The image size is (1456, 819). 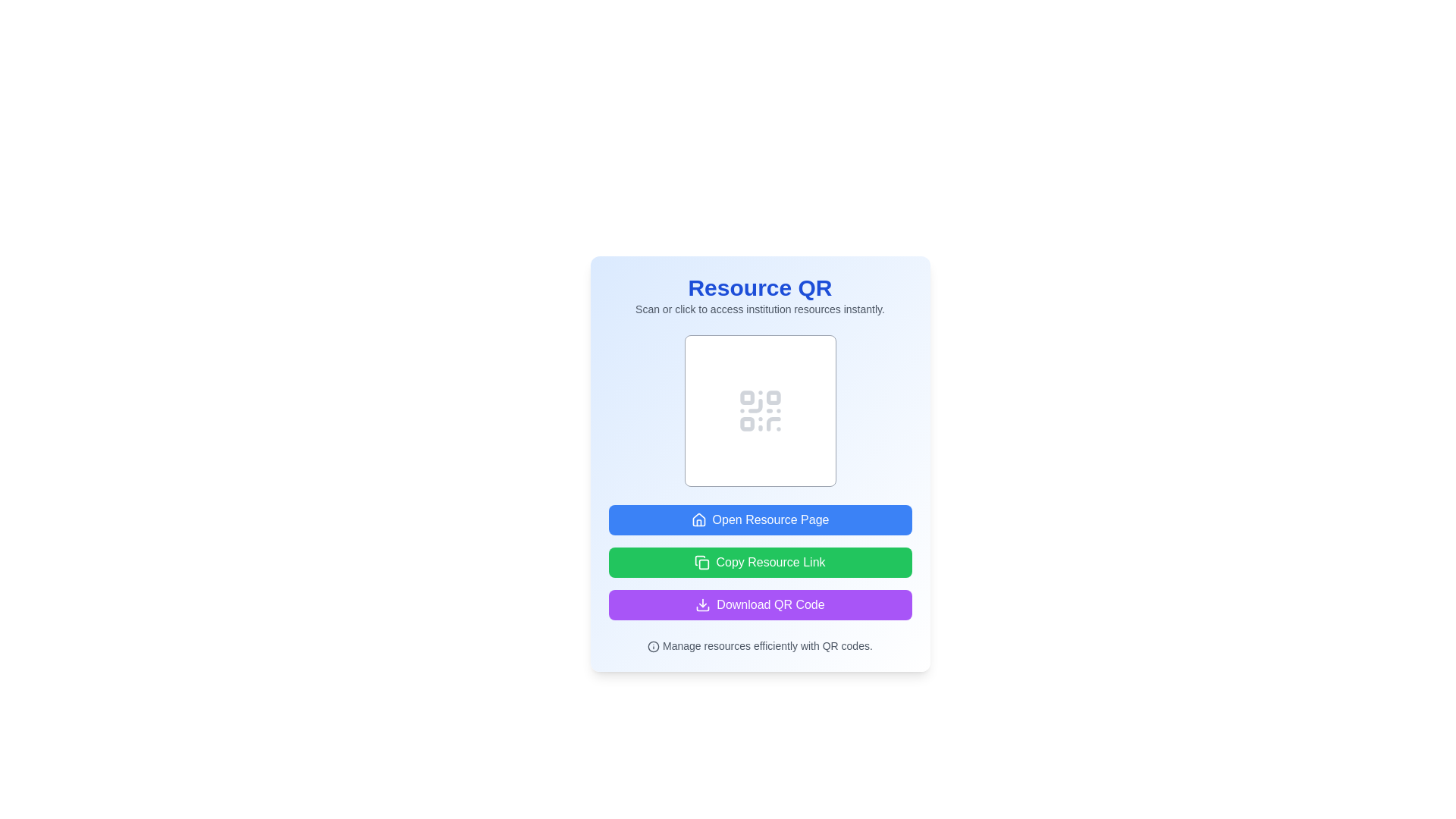 I want to click on the Text label which serves as the title or heading for the card section, located at the topmost portion of the card interface, so click(x=760, y=288).